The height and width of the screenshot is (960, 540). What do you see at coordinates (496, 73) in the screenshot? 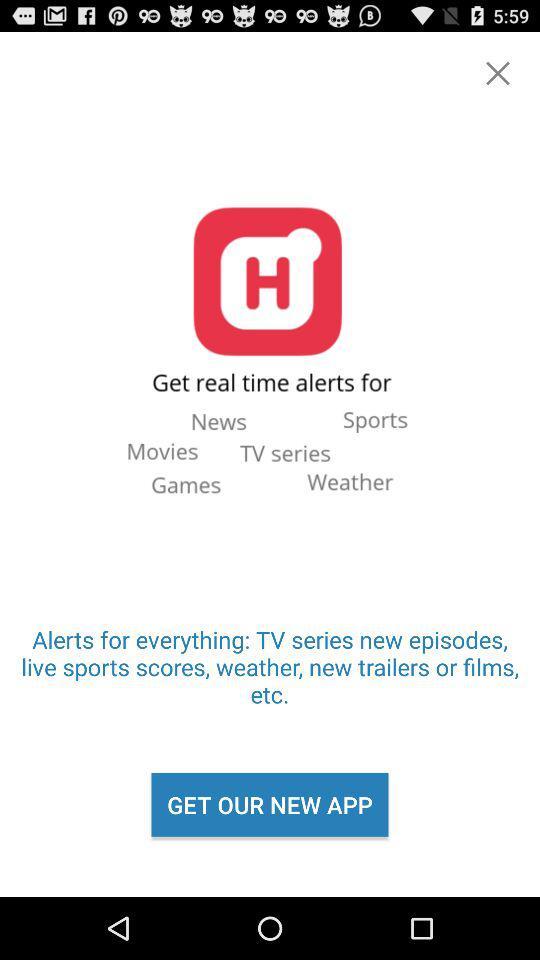
I see `an x icon for backing out or closing the page and or app` at bounding box center [496, 73].